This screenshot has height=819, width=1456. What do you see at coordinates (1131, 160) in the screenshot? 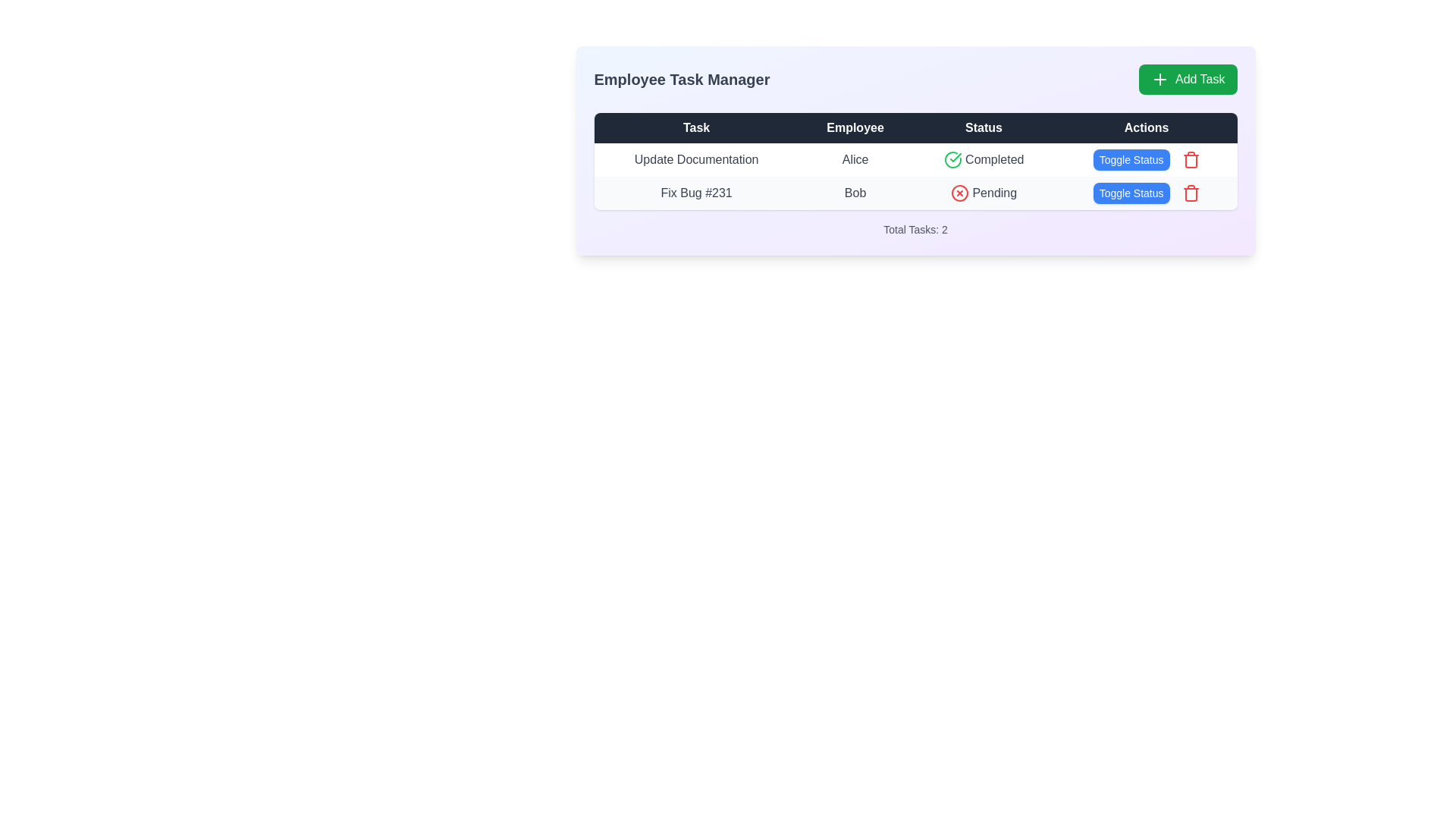
I see `the task status toggle button located to the left of the red trash icon in the 'Actions' column to enable keyboard interaction` at bounding box center [1131, 160].